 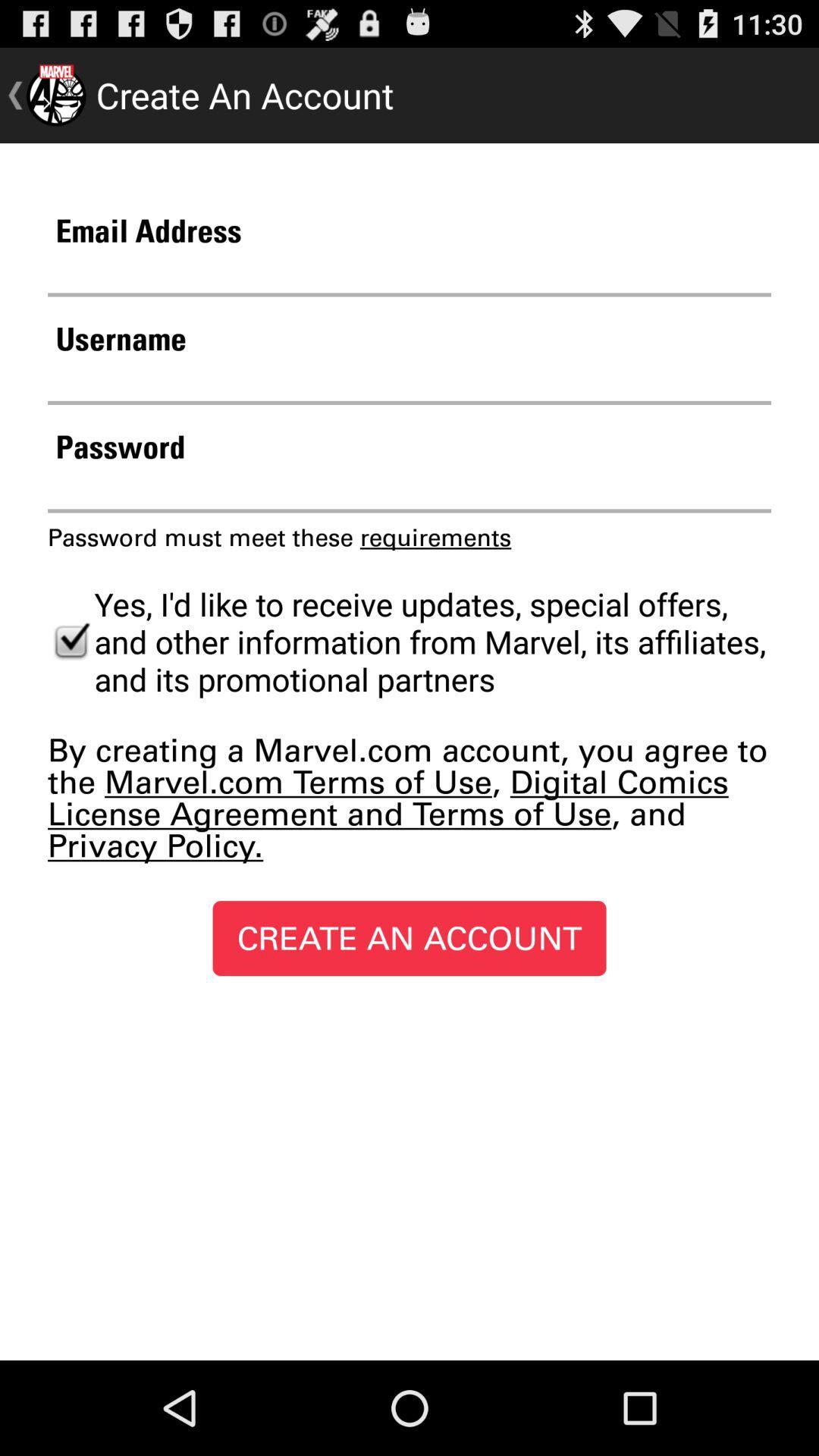 What do you see at coordinates (409, 381) in the screenshot?
I see `the username for creating an account` at bounding box center [409, 381].